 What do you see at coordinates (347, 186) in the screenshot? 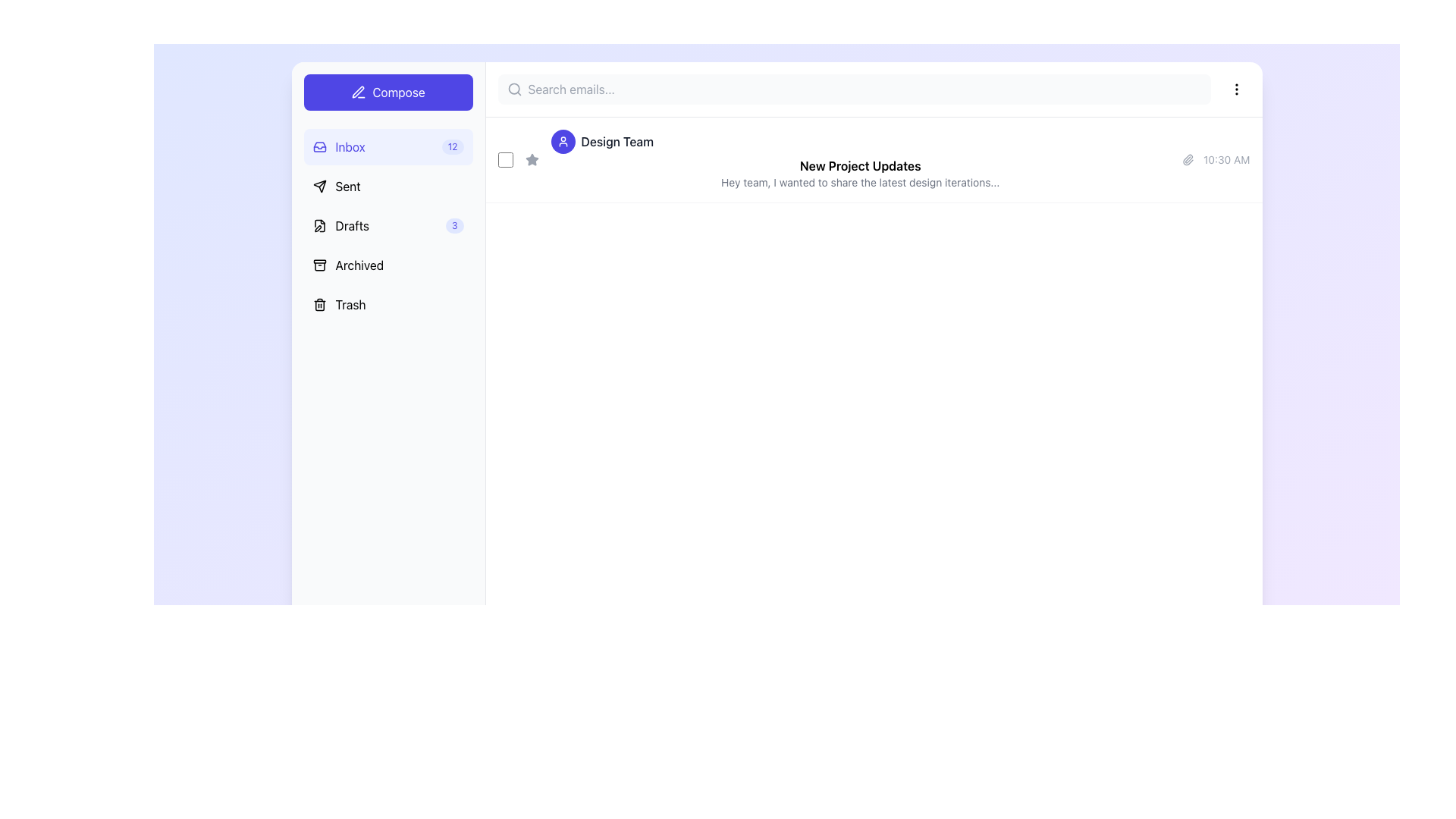
I see `to select the 'Sent' folder, which is a text label in black color displaying the word 'Sent', located in the second position on the left sidebar of the interface, following the 'Inbox' option` at bounding box center [347, 186].